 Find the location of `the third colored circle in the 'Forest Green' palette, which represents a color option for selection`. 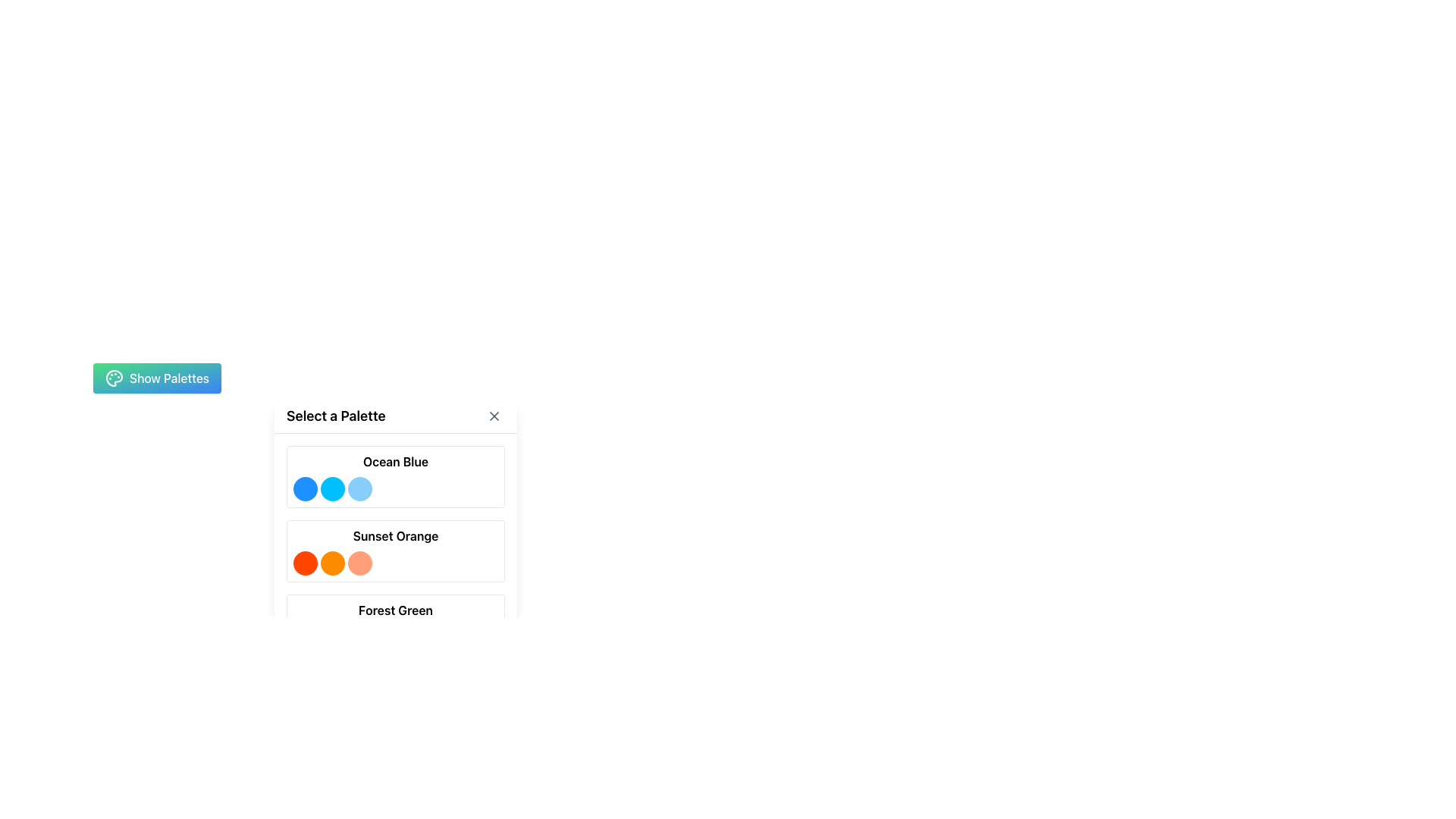

the third colored circle in the 'Forest Green' palette, which represents a color option for selection is located at coordinates (359, 637).